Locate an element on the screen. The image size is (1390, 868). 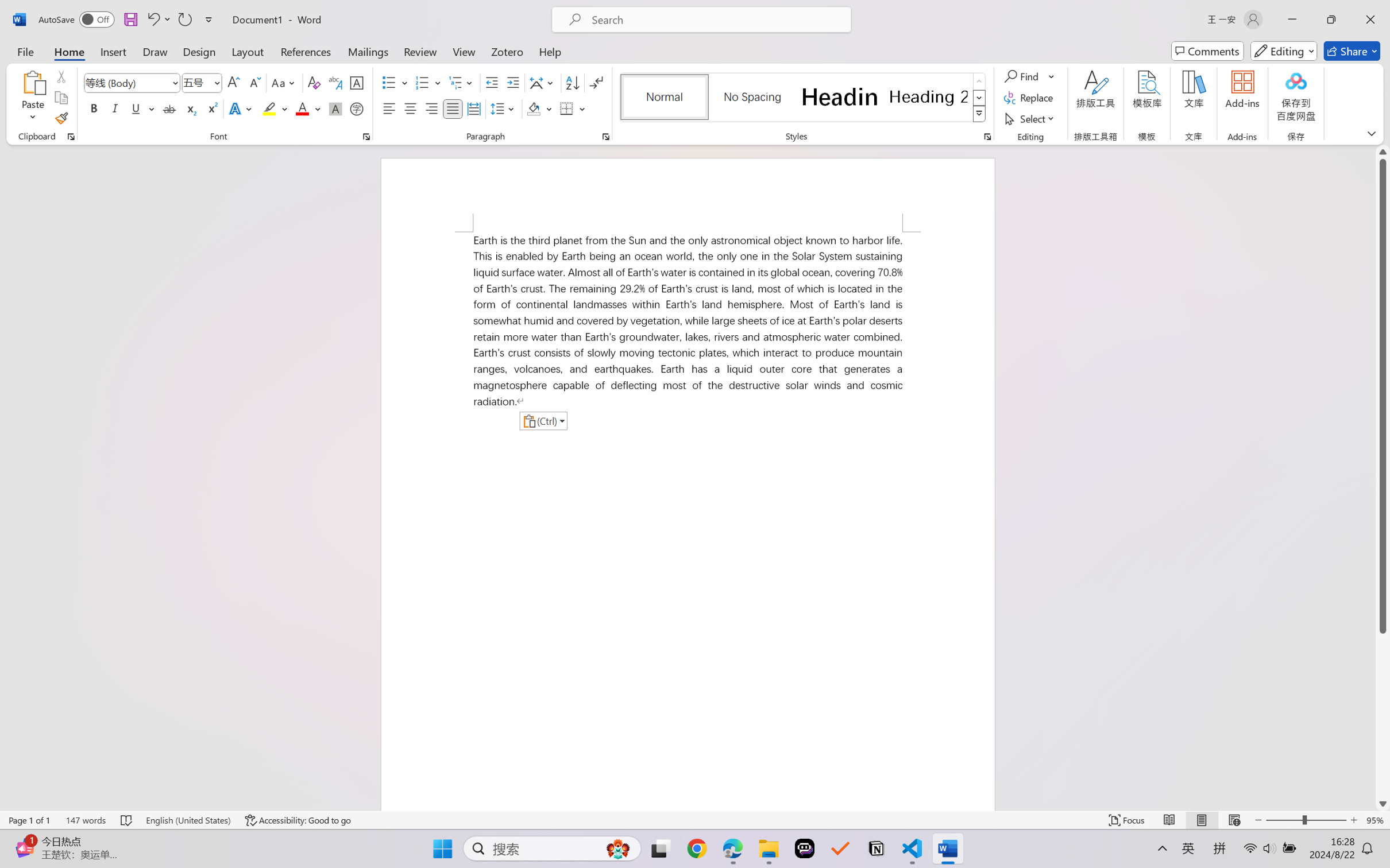
'Decrease Indent' is located at coordinates (492, 83).